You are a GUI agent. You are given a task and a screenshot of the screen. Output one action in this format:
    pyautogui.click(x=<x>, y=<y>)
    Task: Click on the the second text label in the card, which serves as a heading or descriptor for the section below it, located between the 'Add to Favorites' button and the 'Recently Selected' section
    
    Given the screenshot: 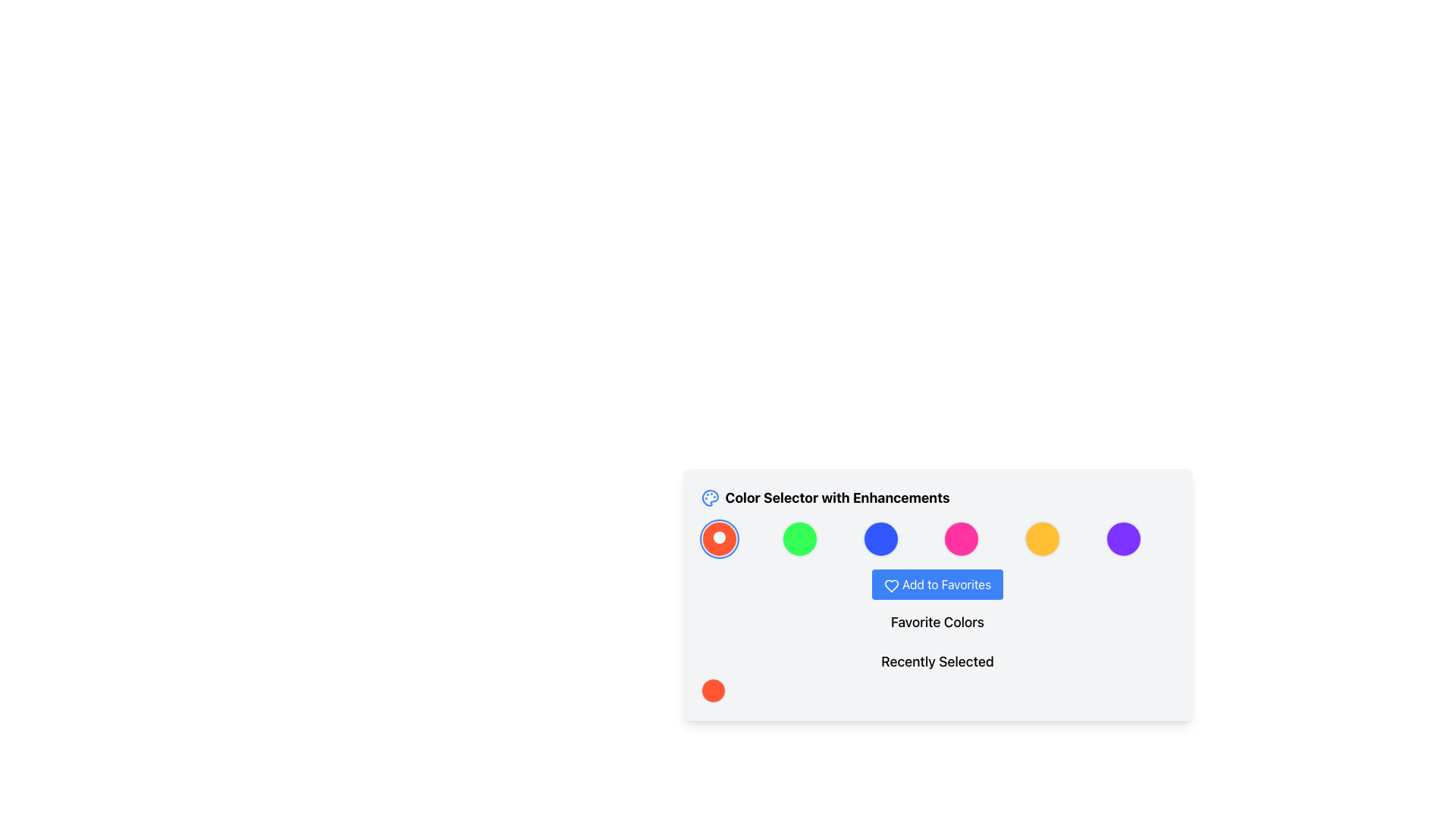 What is the action you would take?
    pyautogui.click(x=937, y=626)
    